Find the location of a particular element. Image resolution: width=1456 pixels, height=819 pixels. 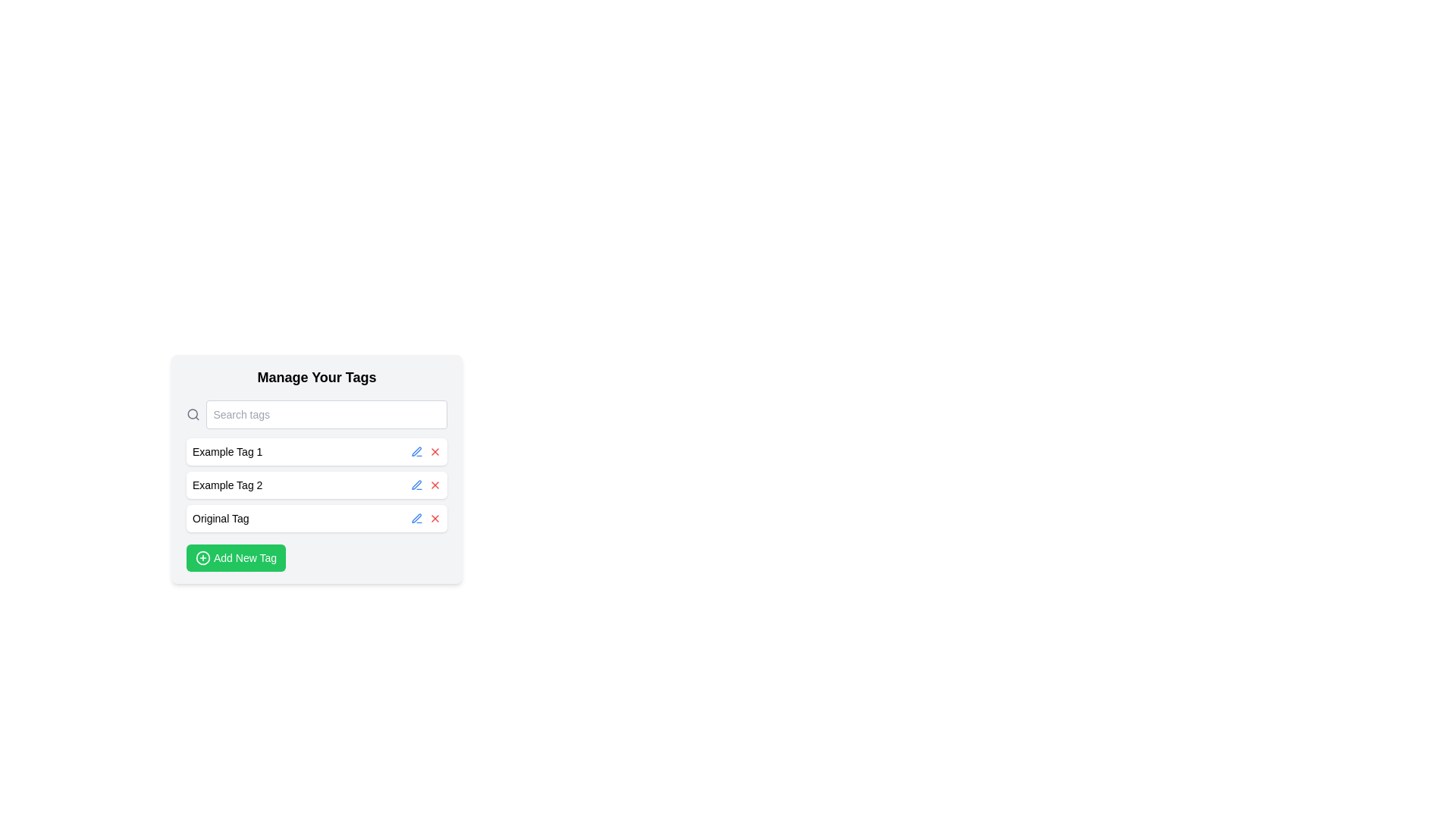

the green rounded rectangular button labeled 'Add New Tag' located at the bottom of the 'Manage Your Tags' panel is located at coordinates (235, 558).